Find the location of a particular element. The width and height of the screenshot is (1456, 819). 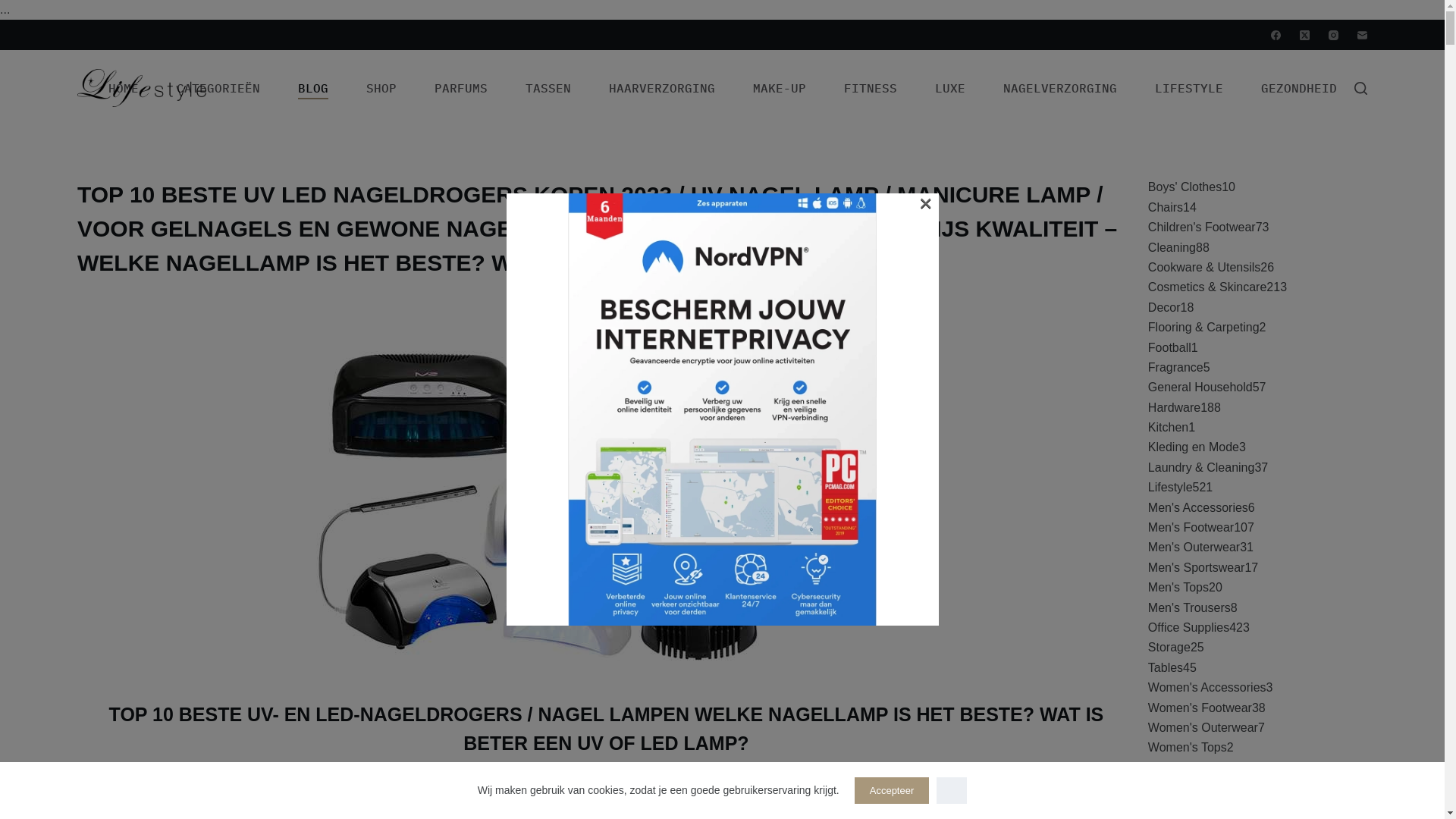

'TASSEN' is located at coordinates (548, 87).